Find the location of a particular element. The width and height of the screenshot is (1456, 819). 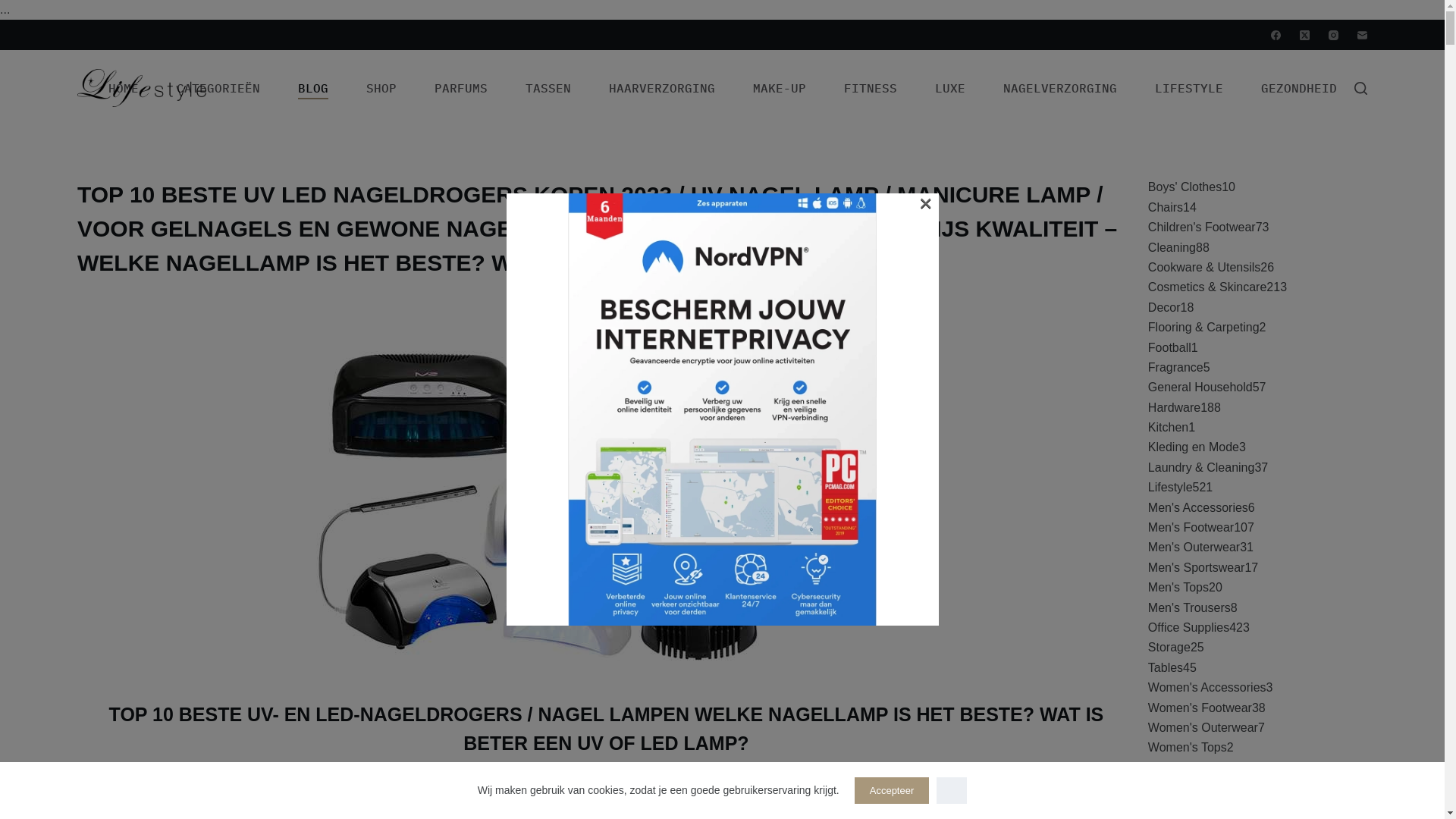

'TASSEN' is located at coordinates (548, 87).